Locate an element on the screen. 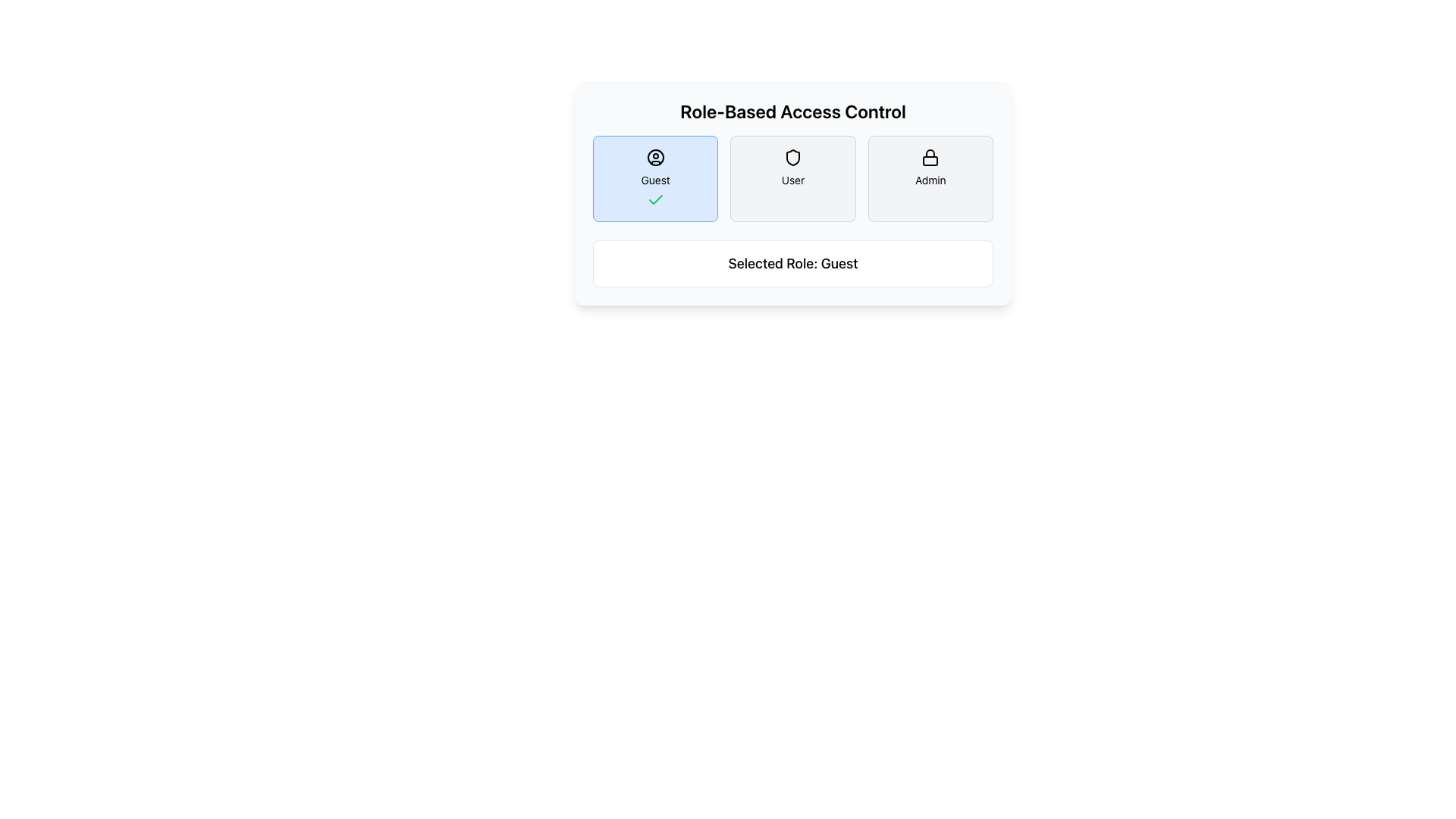 The height and width of the screenshot is (819, 1456). title text element located at the top of the section, which indicates the functionality or theme of the component below it is located at coordinates (792, 110).